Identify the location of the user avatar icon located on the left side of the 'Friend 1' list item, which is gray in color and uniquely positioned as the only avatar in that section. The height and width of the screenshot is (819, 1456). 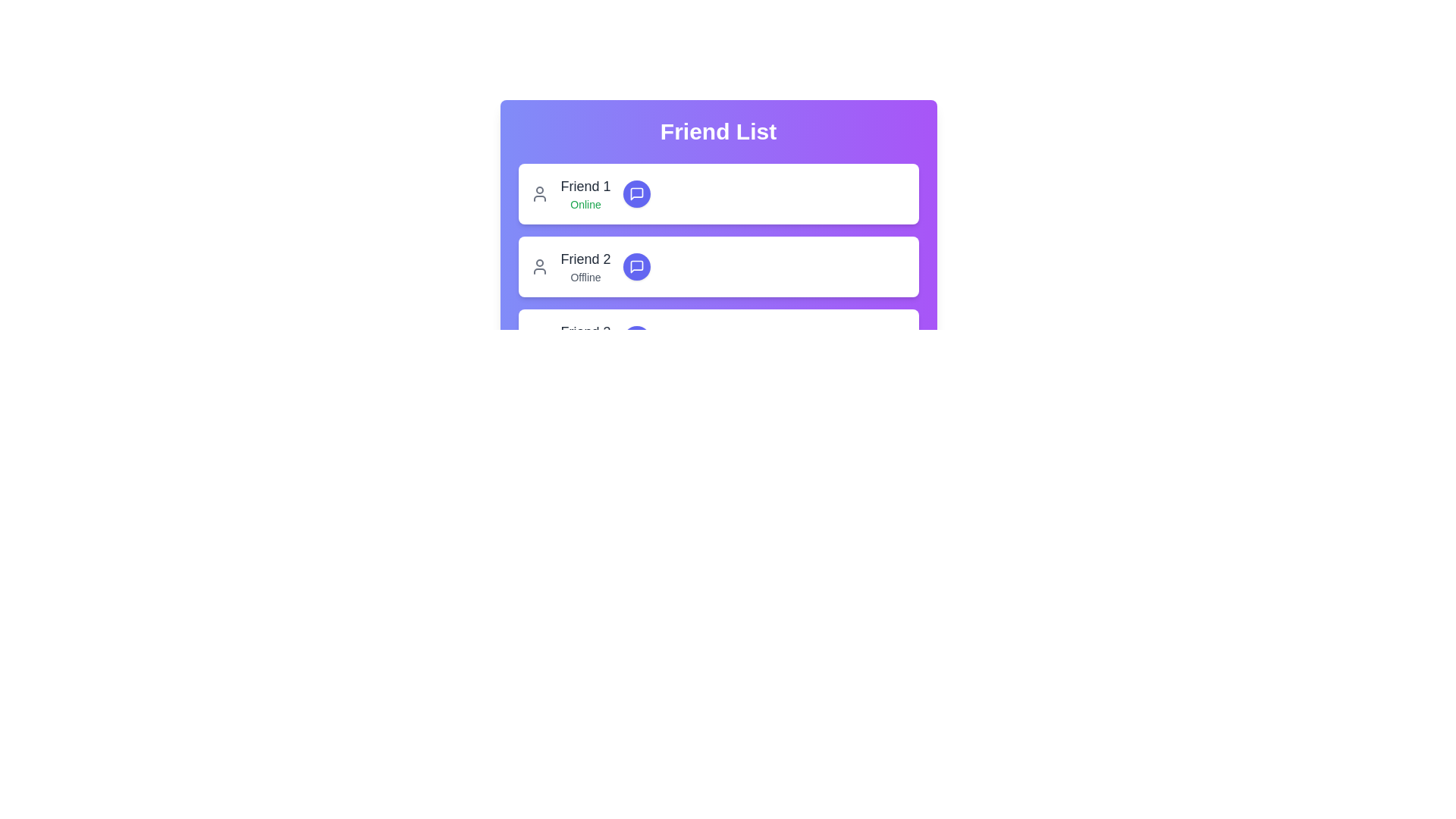
(539, 193).